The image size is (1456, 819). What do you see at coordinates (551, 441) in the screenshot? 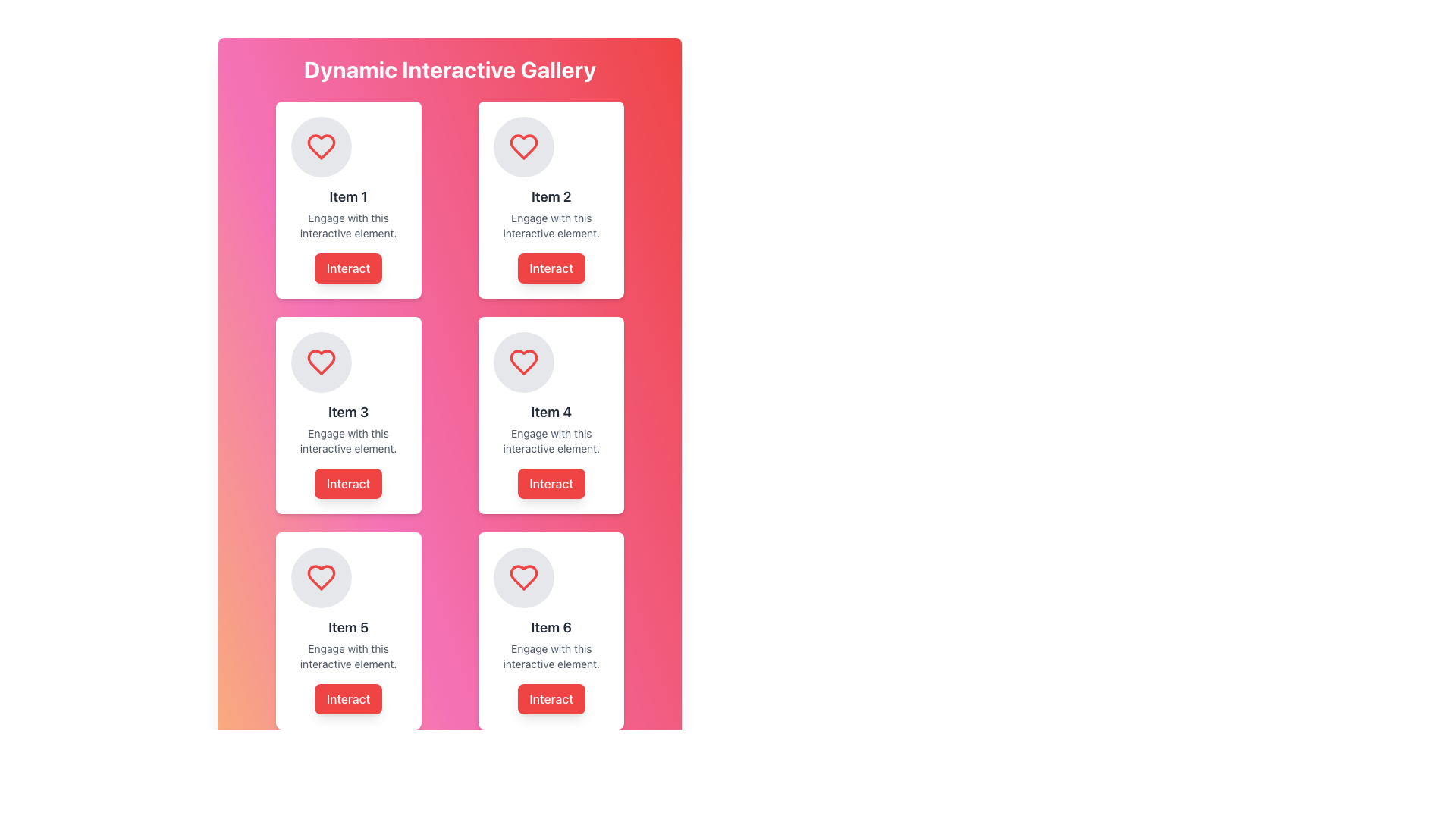
I see `the static text element providing information for the fourth card, which is located below the title 'Item 4' and above the 'Interact' button in the middle column of the grid` at bounding box center [551, 441].